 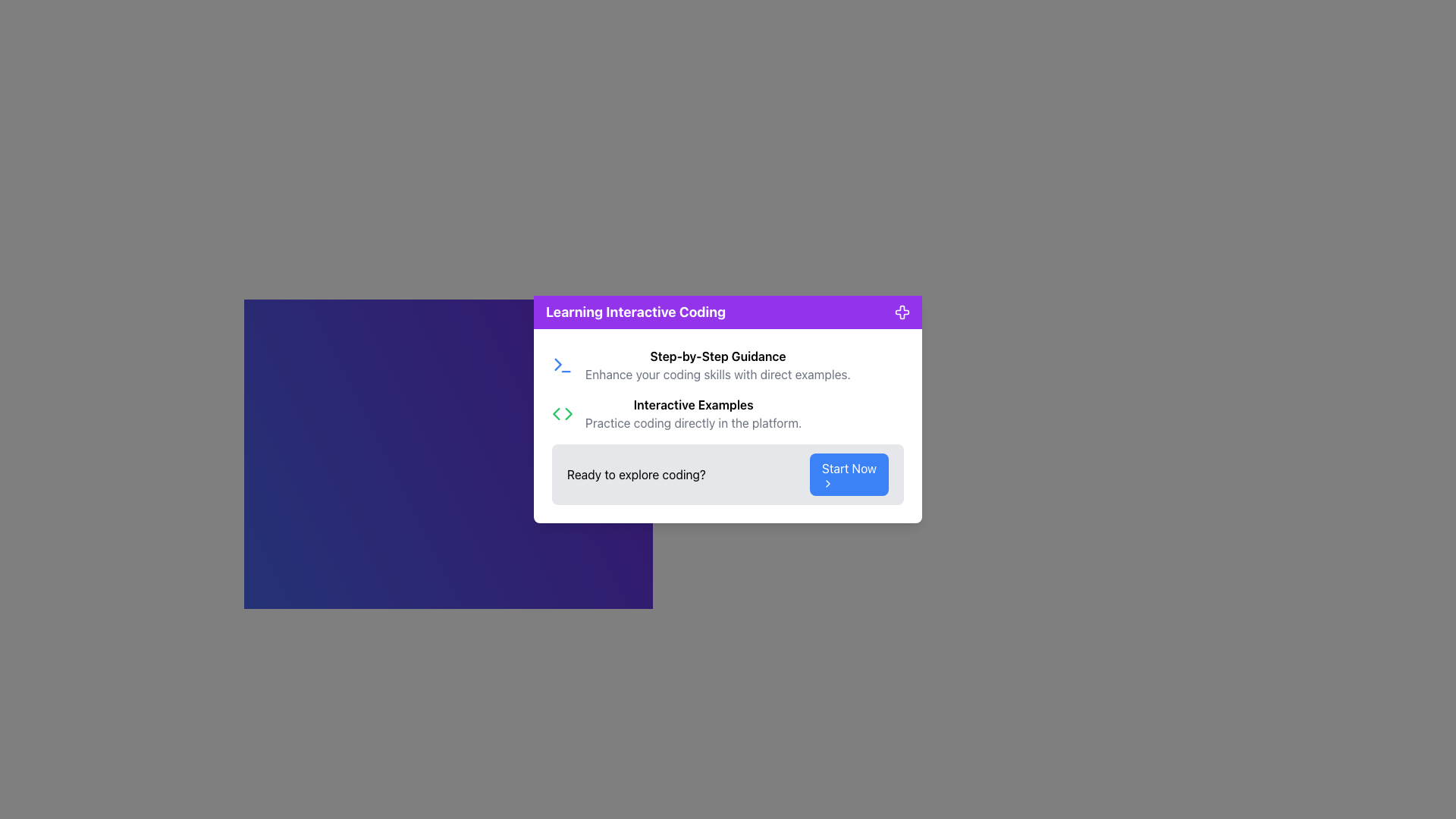 I want to click on the text block providing guidance for enhancing coding skills, which is the first informational section under the 'Learning Interactive Coding' heading, so click(x=728, y=366).